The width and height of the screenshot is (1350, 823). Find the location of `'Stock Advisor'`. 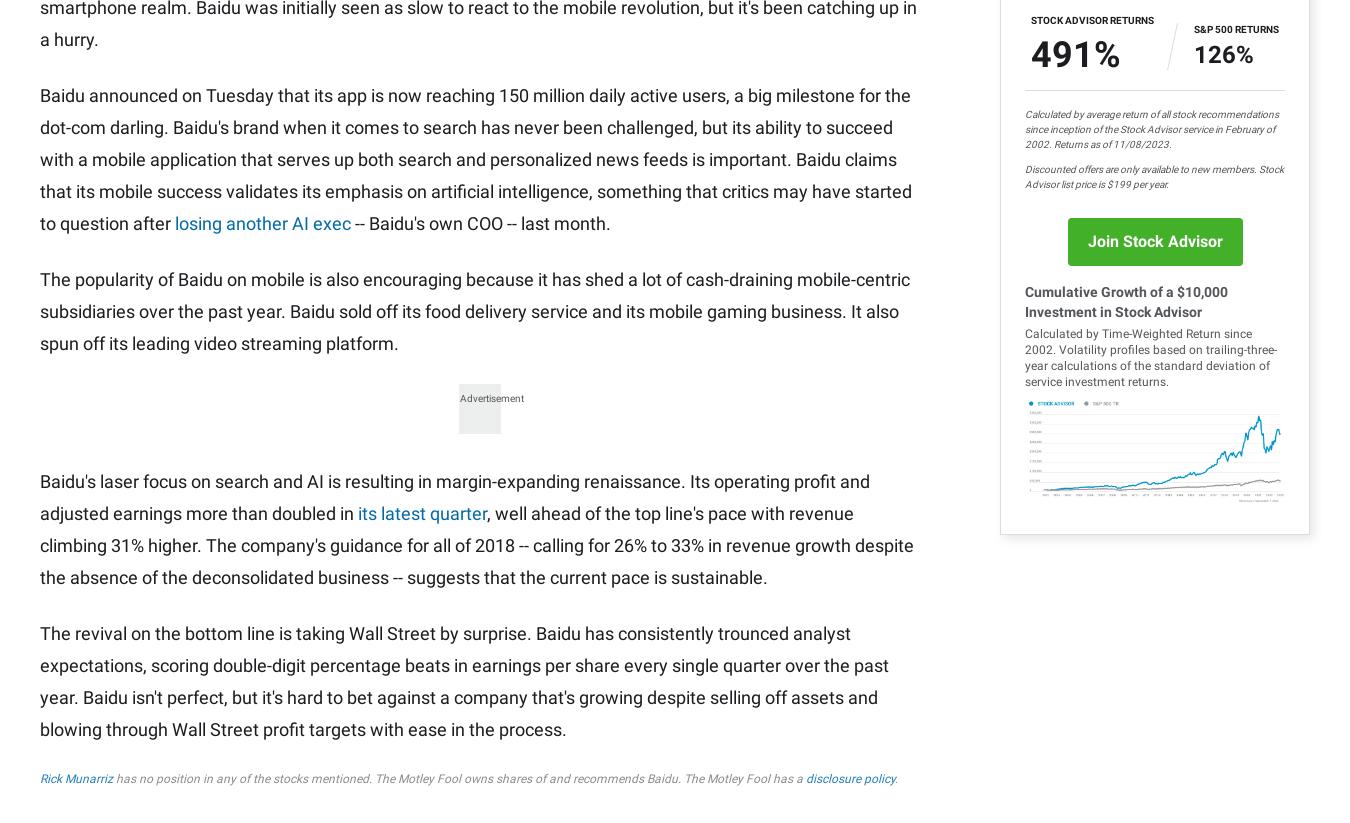

'Stock Advisor' is located at coordinates (617, 123).